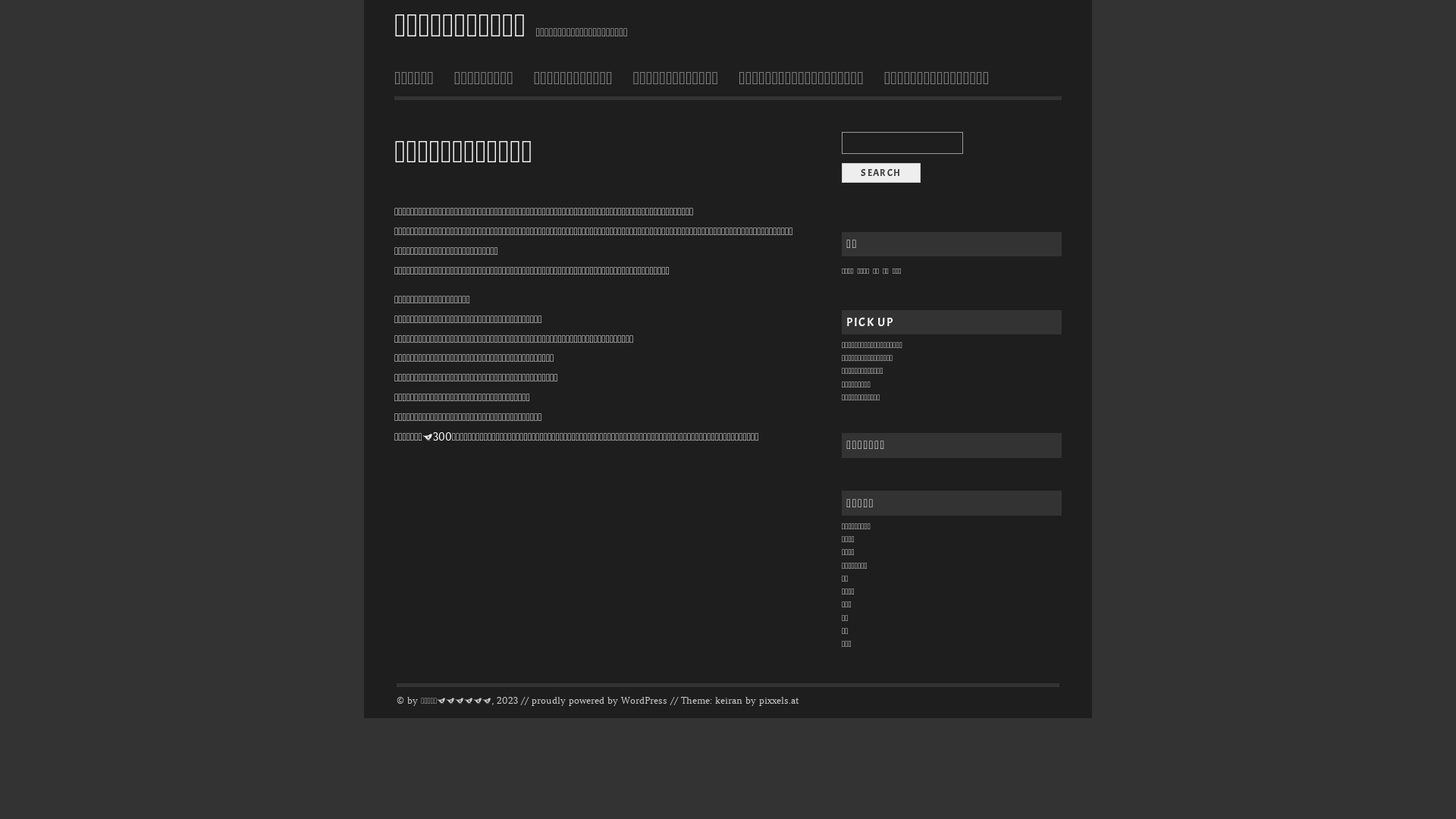  Describe the element at coordinates (840, 171) in the screenshot. I see `'search'` at that location.